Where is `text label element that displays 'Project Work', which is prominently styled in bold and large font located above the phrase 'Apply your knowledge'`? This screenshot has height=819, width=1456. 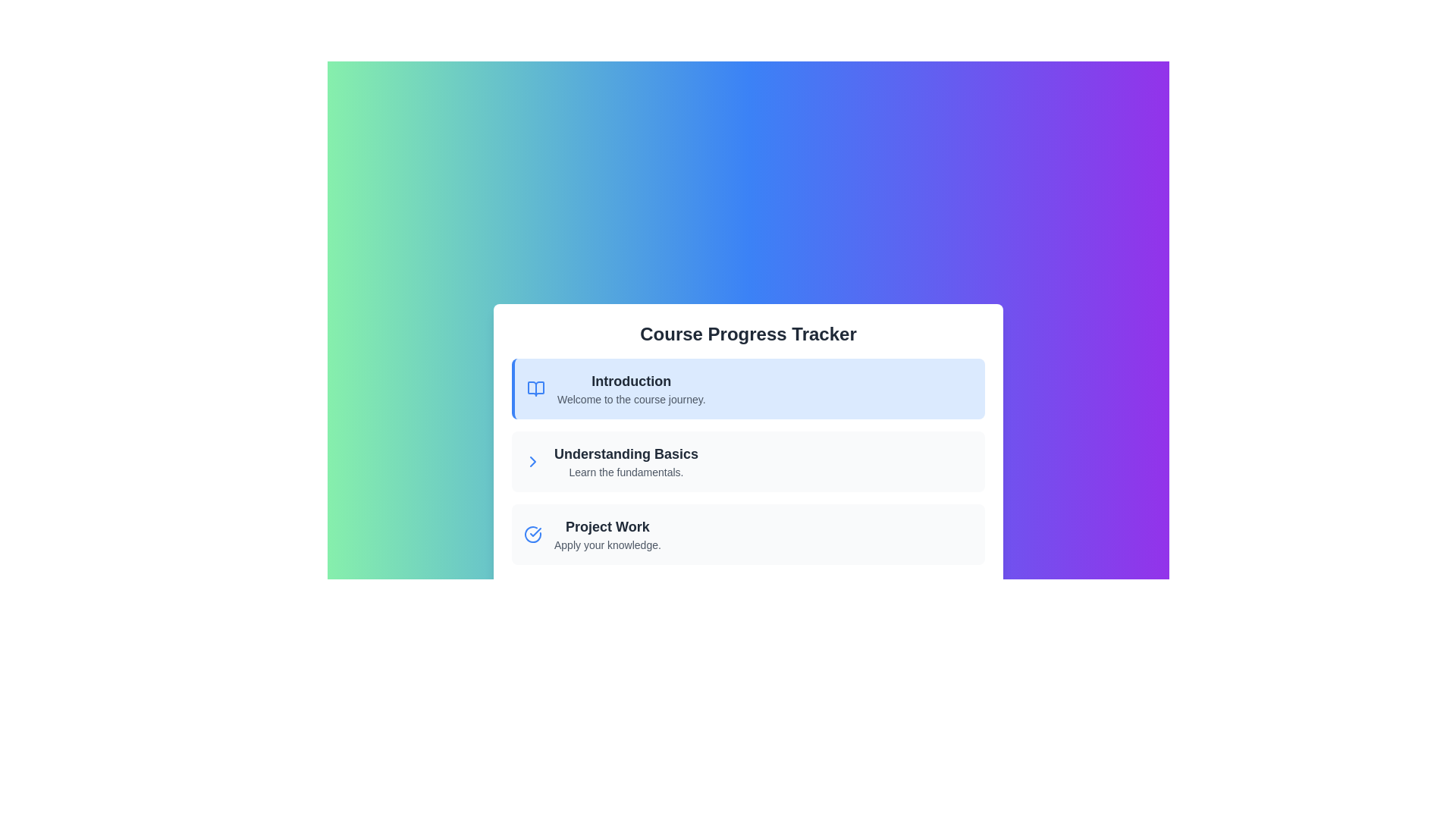
text label element that displays 'Project Work', which is prominently styled in bold and large font located above the phrase 'Apply your knowledge' is located at coordinates (607, 526).